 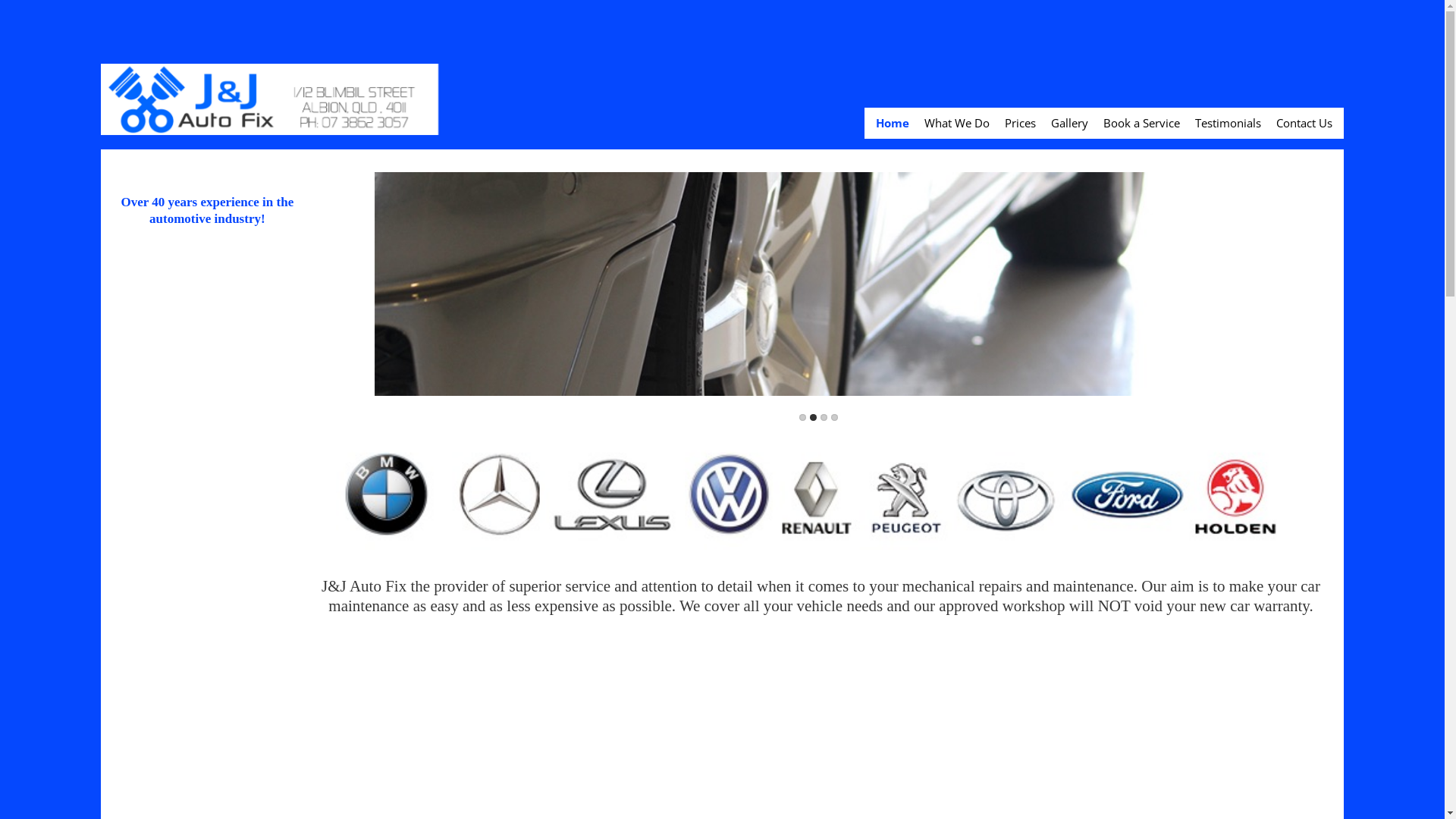 I want to click on 'Book a Service', so click(x=1141, y=122).